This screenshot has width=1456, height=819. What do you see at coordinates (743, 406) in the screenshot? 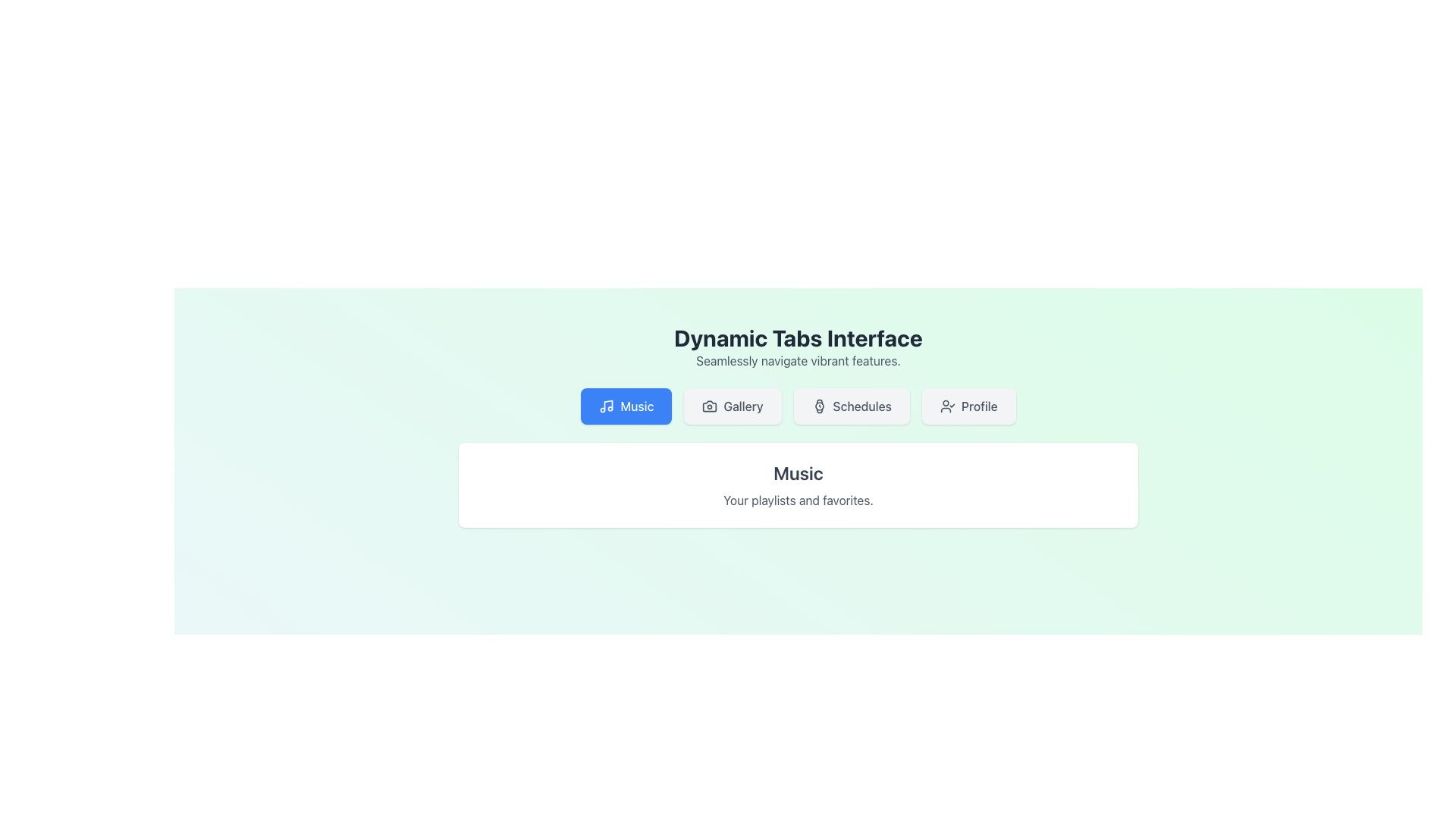
I see `the text label displaying 'Gallery' which is part of a tab-like component, positioned second from the left in a row of four tabs, immediately to the right of a camera icon` at bounding box center [743, 406].